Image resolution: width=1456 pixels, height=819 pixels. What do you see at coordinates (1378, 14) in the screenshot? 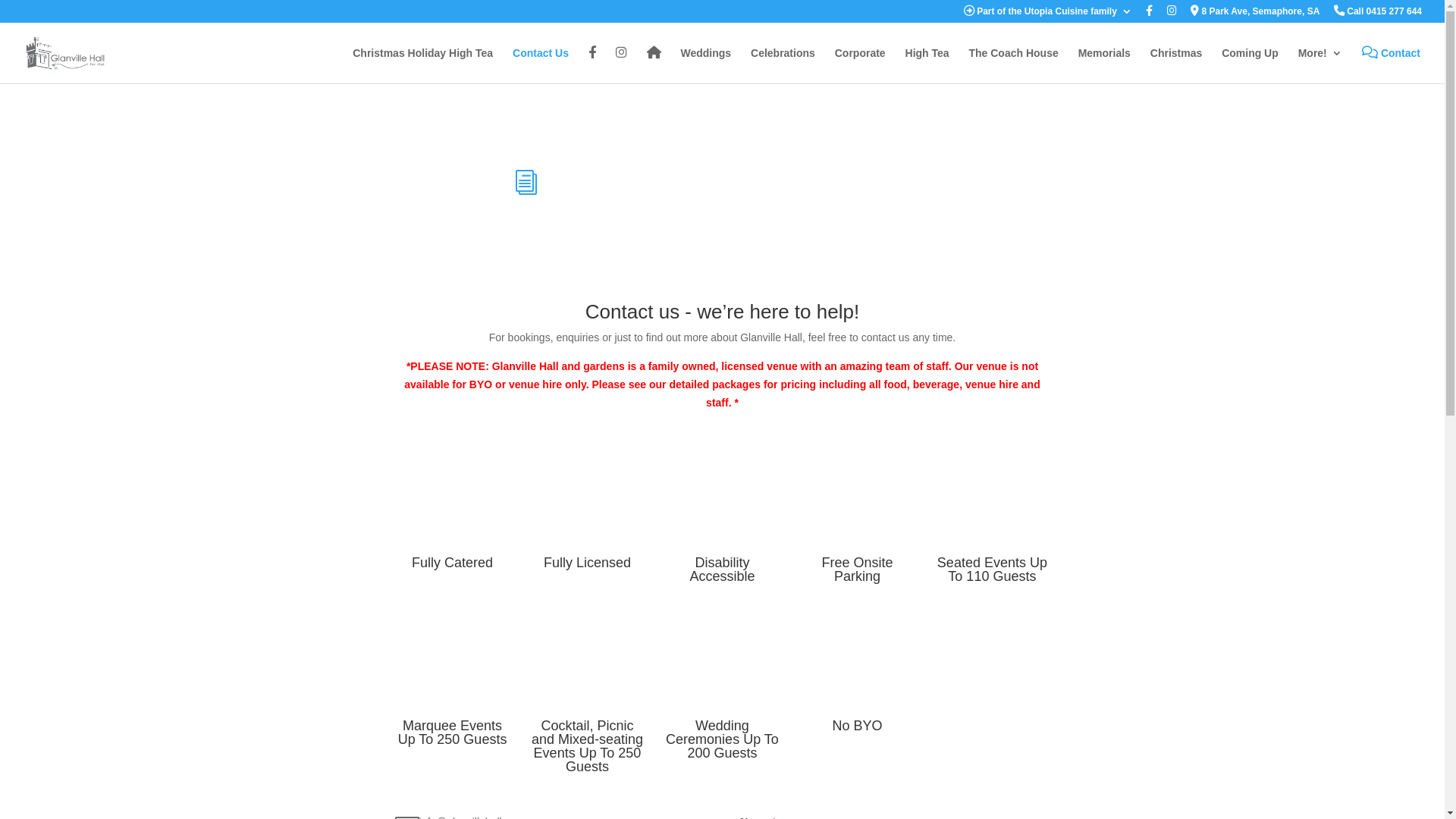
I see `'Call 0415 277 644'` at bounding box center [1378, 14].